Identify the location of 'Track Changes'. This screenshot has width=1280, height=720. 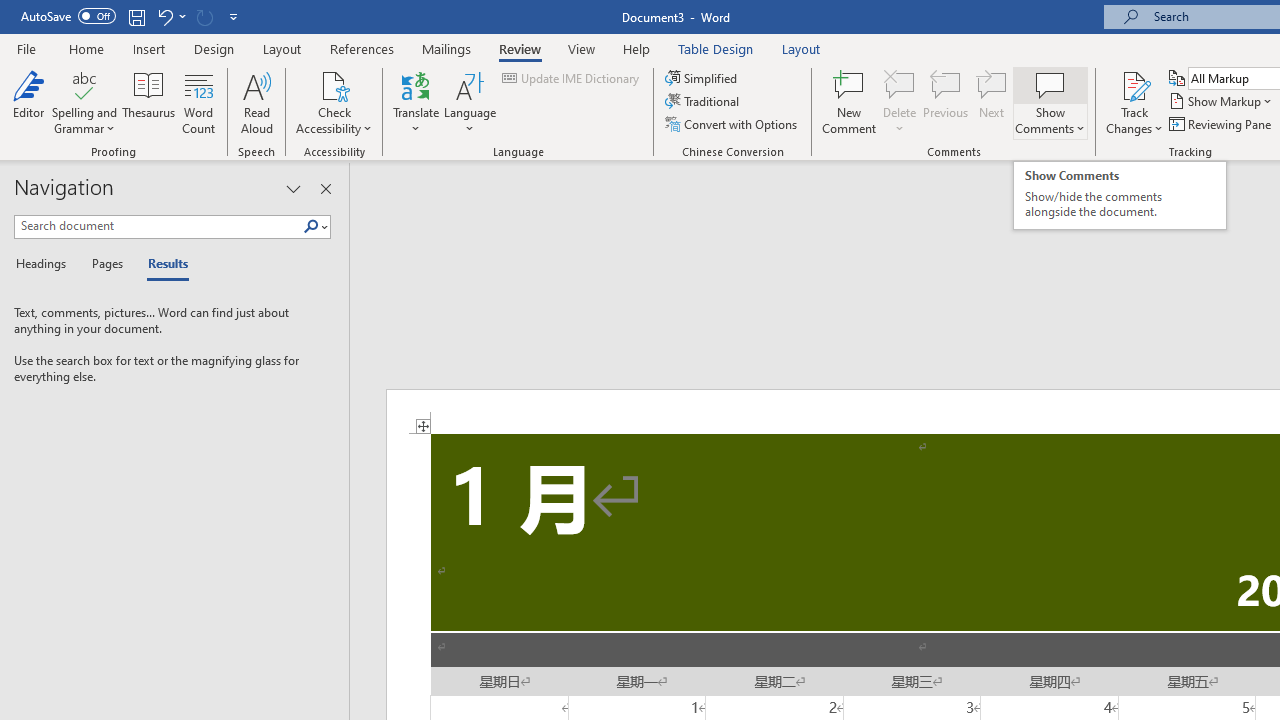
(1134, 84).